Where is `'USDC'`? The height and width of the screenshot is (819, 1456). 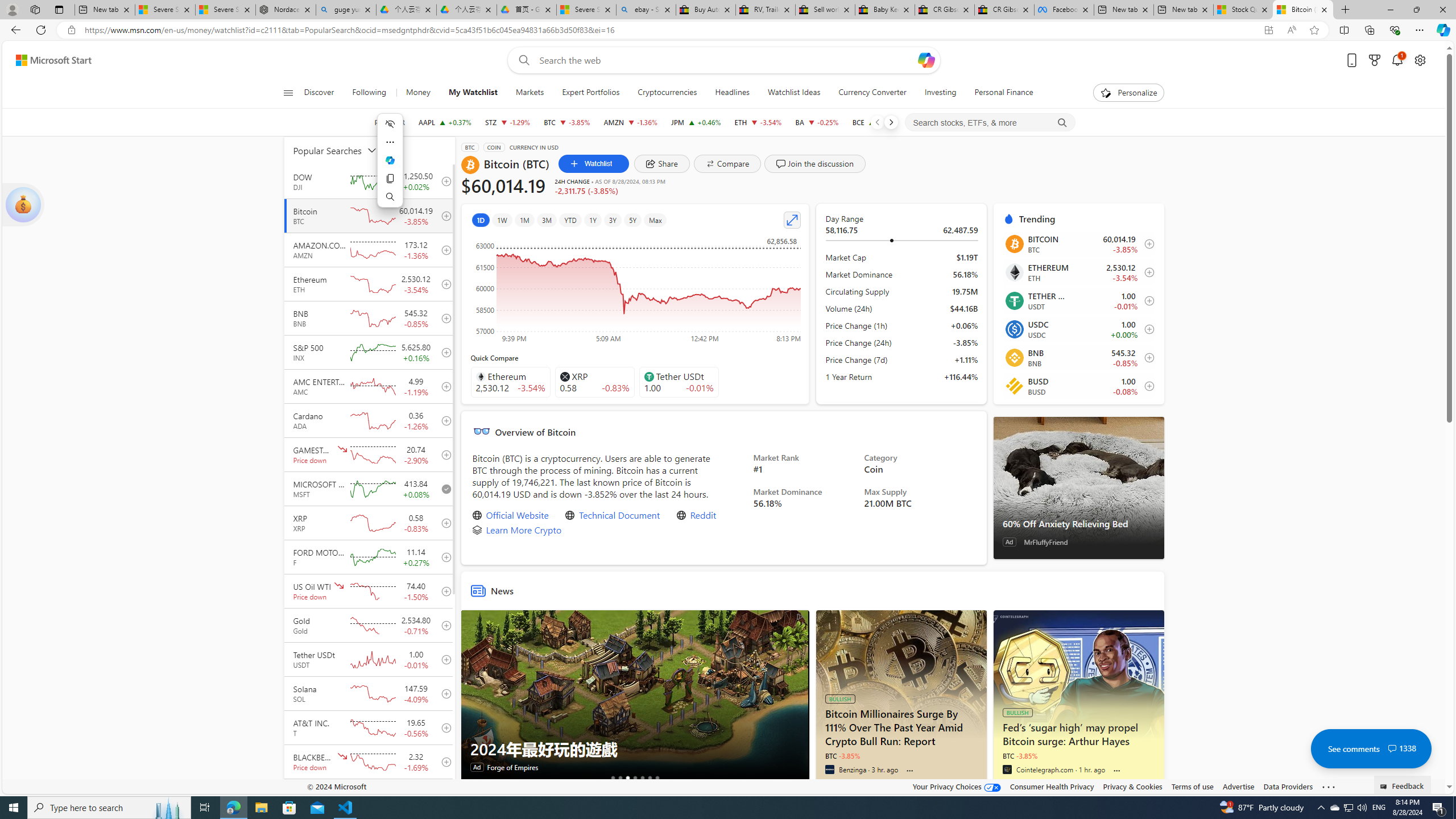
'USDC' is located at coordinates (1014, 329).